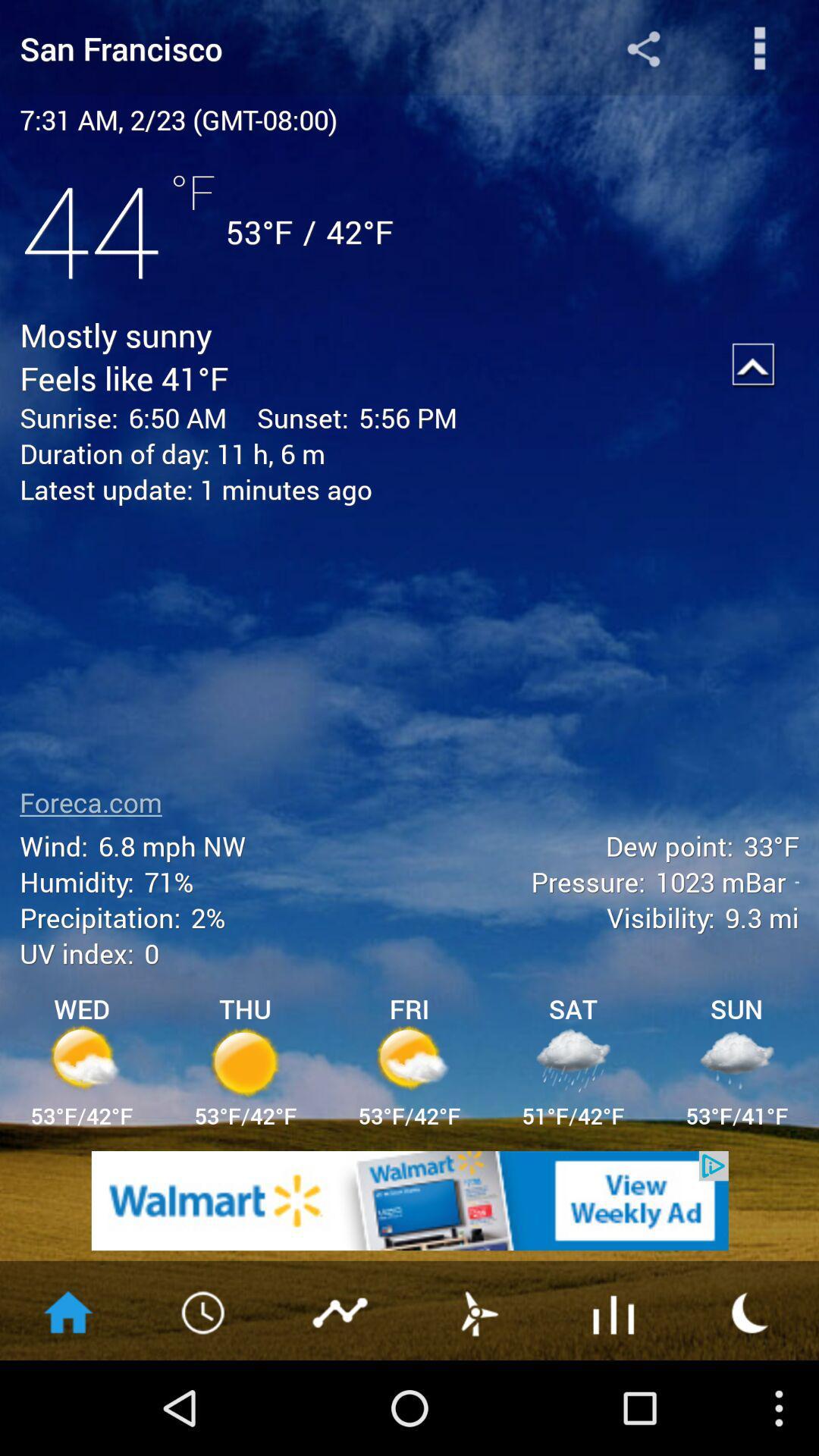 The width and height of the screenshot is (819, 1456). What do you see at coordinates (754, 390) in the screenshot?
I see `the expand_less icon` at bounding box center [754, 390].